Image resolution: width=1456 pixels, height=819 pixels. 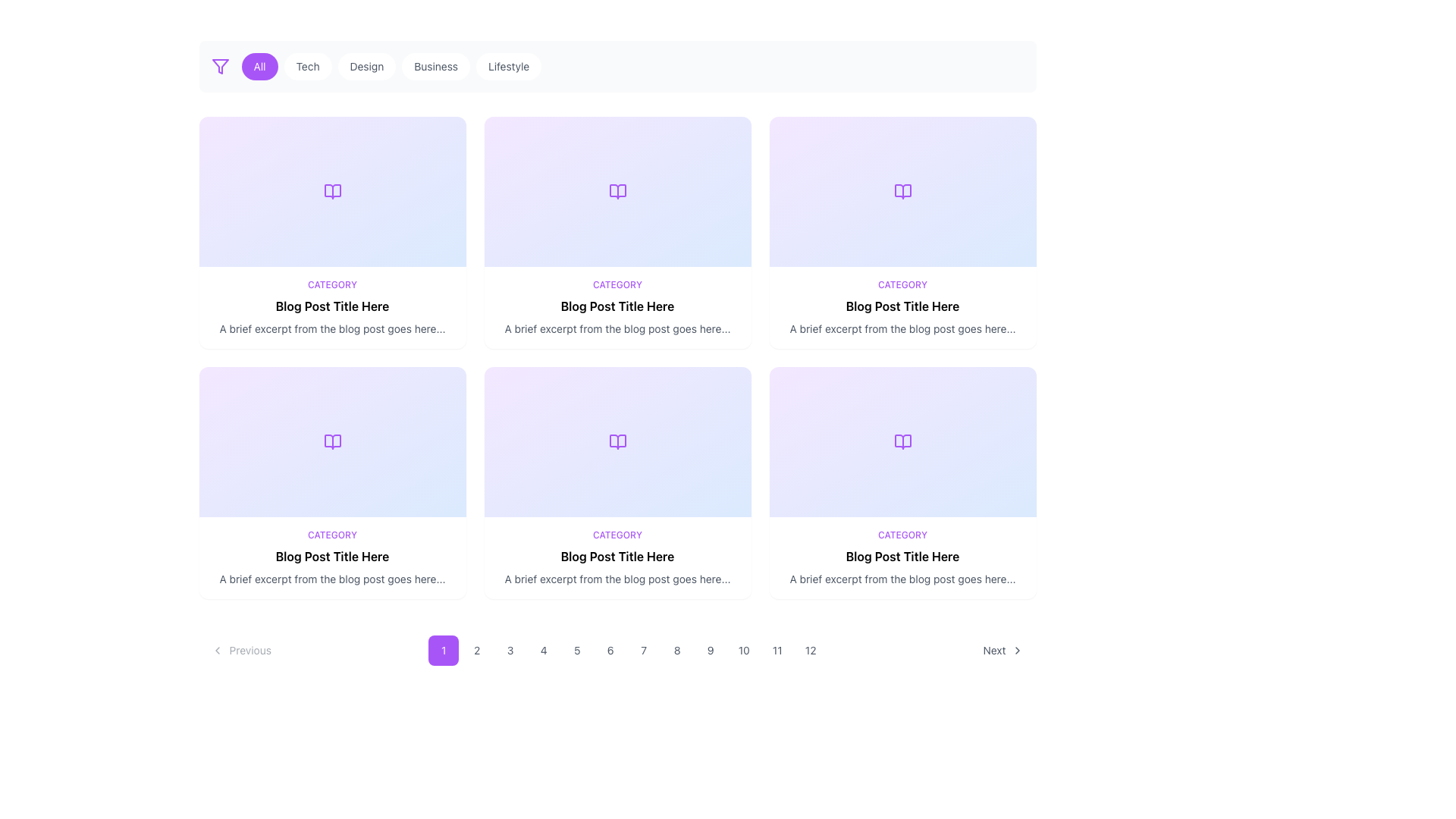 What do you see at coordinates (307, 66) in the screenshot?
I see `the 'Tech' button, which is the second button in a horizontal set of buttons, to filter content by 'Tech' category` at bounding box center [307, 66].